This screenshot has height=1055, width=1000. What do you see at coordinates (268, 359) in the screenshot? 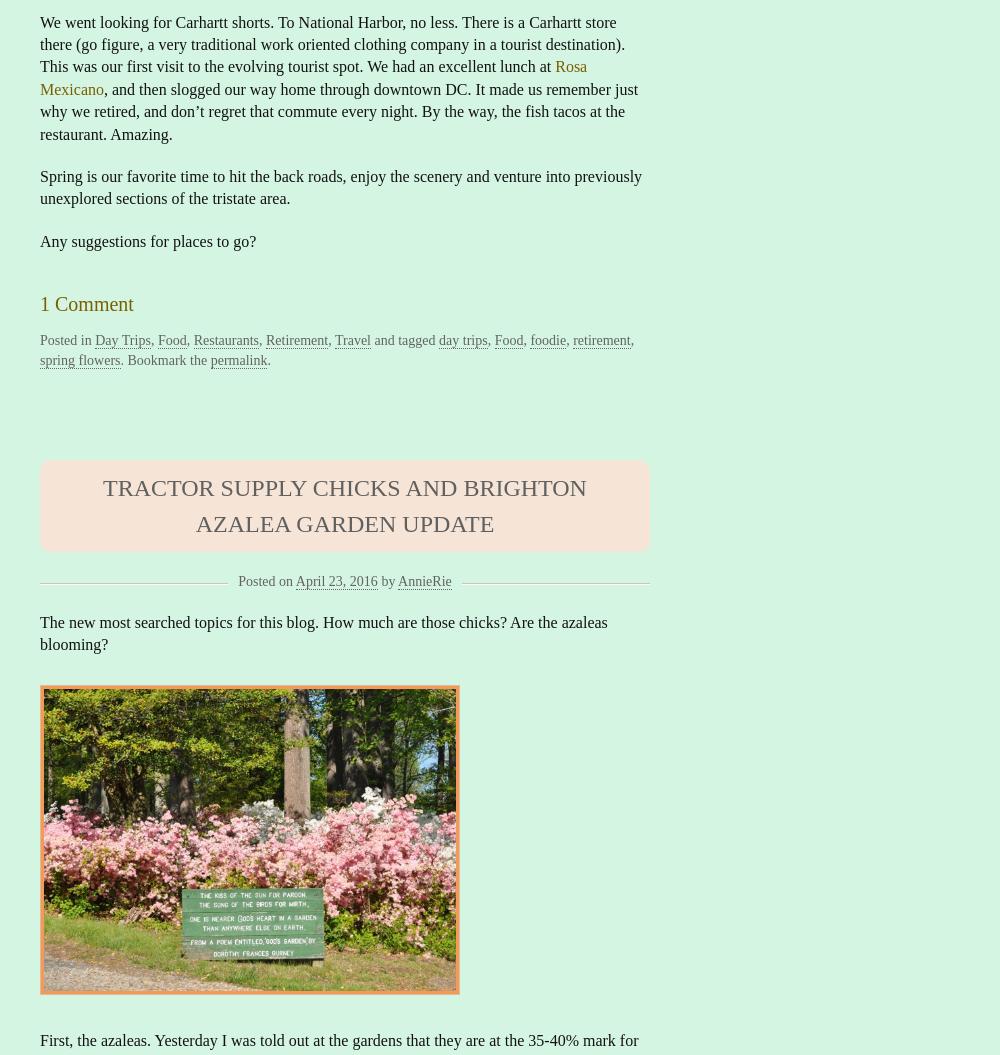
I see `'.'` at bounding box center [268, 359].